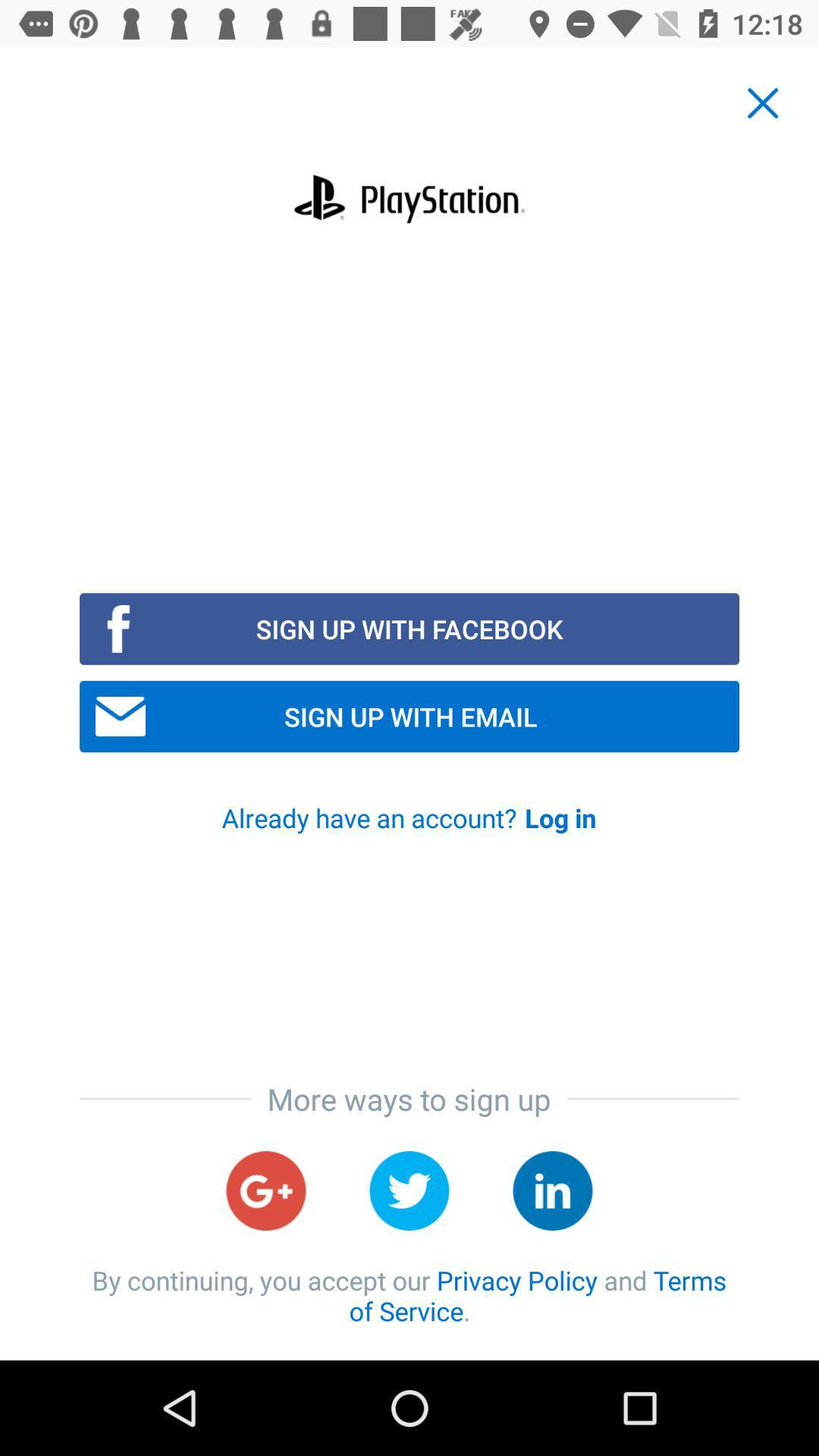  Describe the element at coordinates (763, 102) in the screenshot. I see `the close icon` at that location.